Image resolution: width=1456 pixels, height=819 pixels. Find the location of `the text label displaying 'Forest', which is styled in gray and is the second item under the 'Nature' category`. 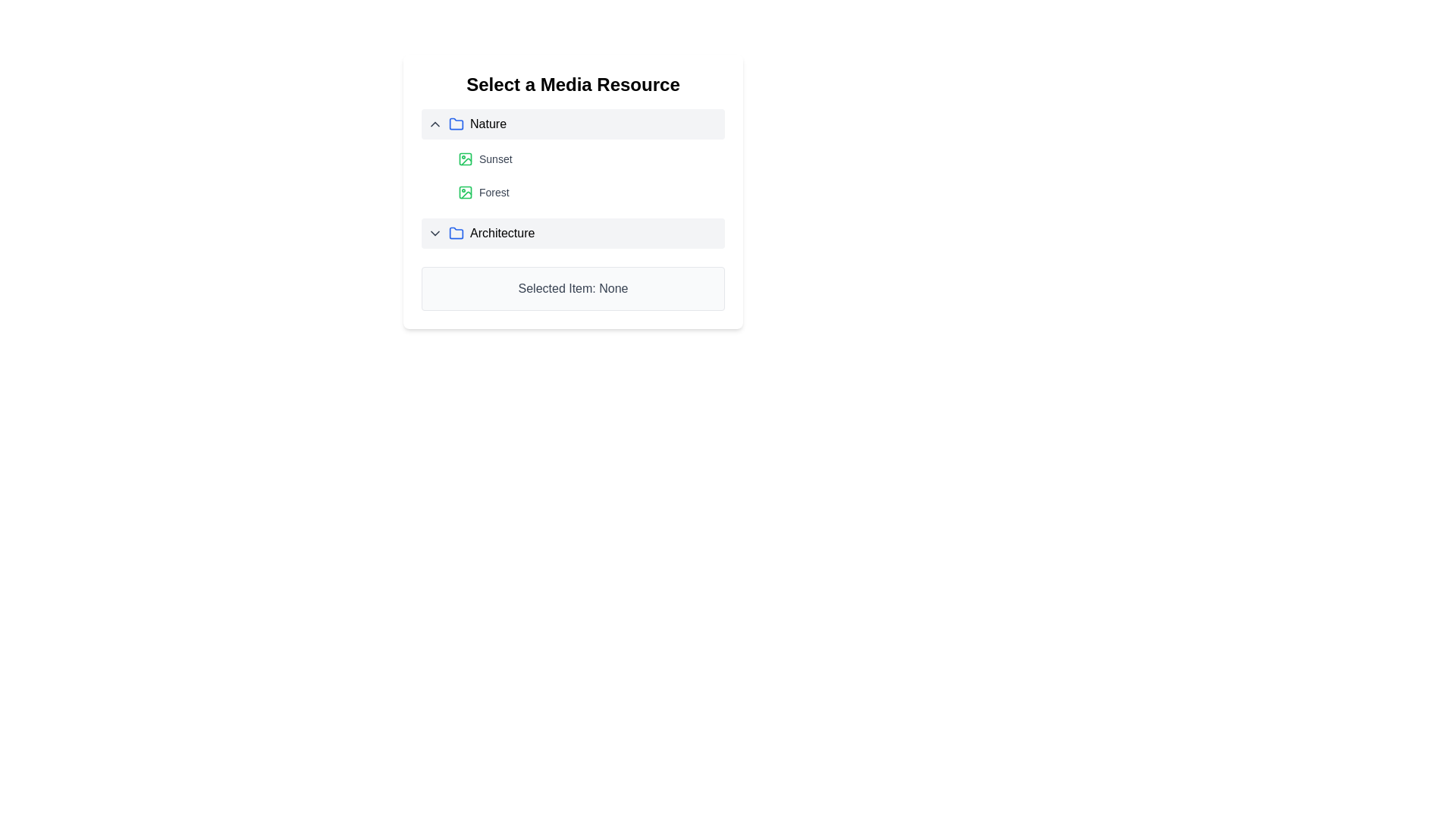

the text label displaying 'Forest', which is styled in gray and is the second item under the 'Nature' category is located at coordinates (494, 192).